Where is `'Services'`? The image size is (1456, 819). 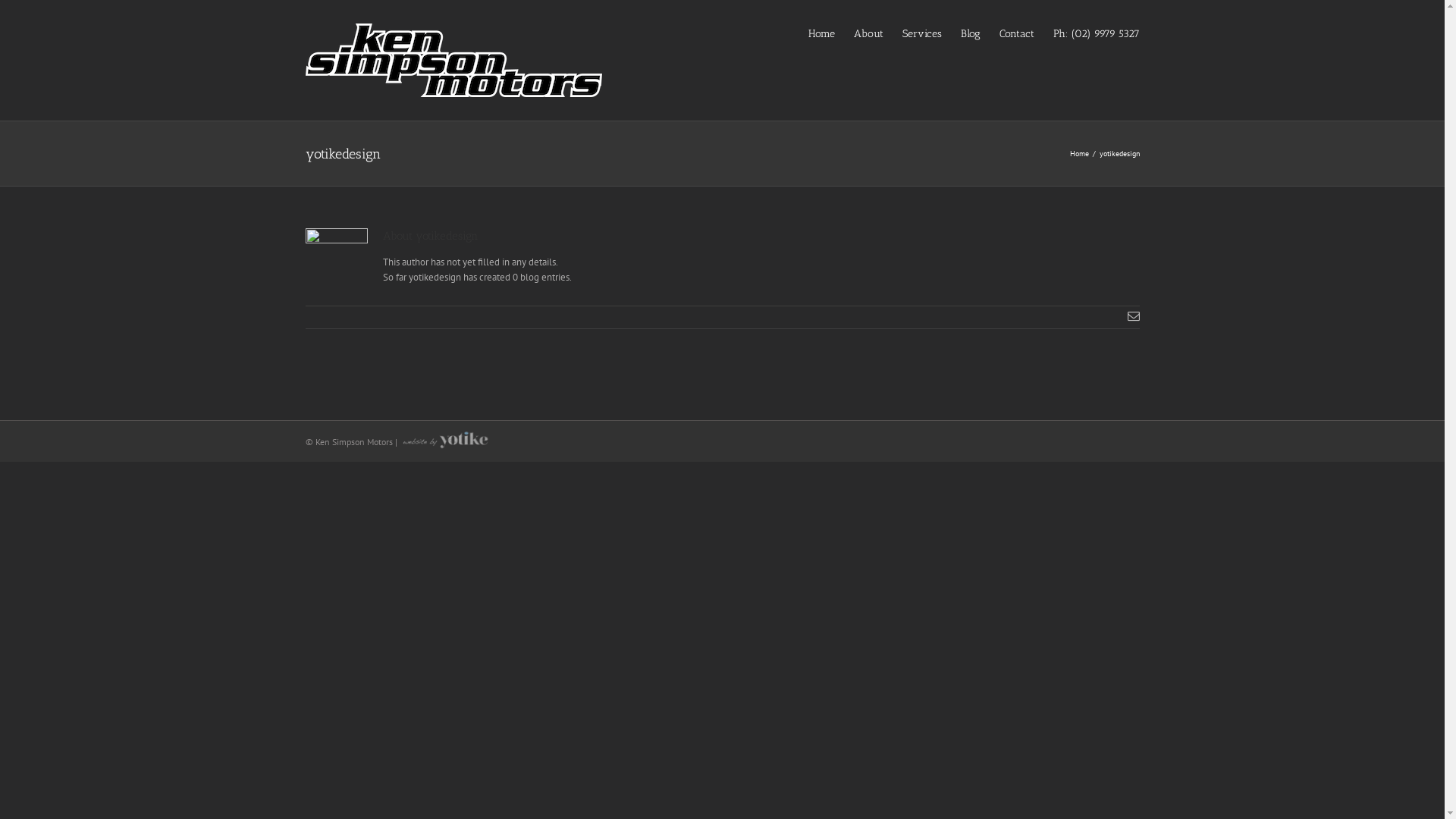 'Services' is located at coordinates (921, 32).